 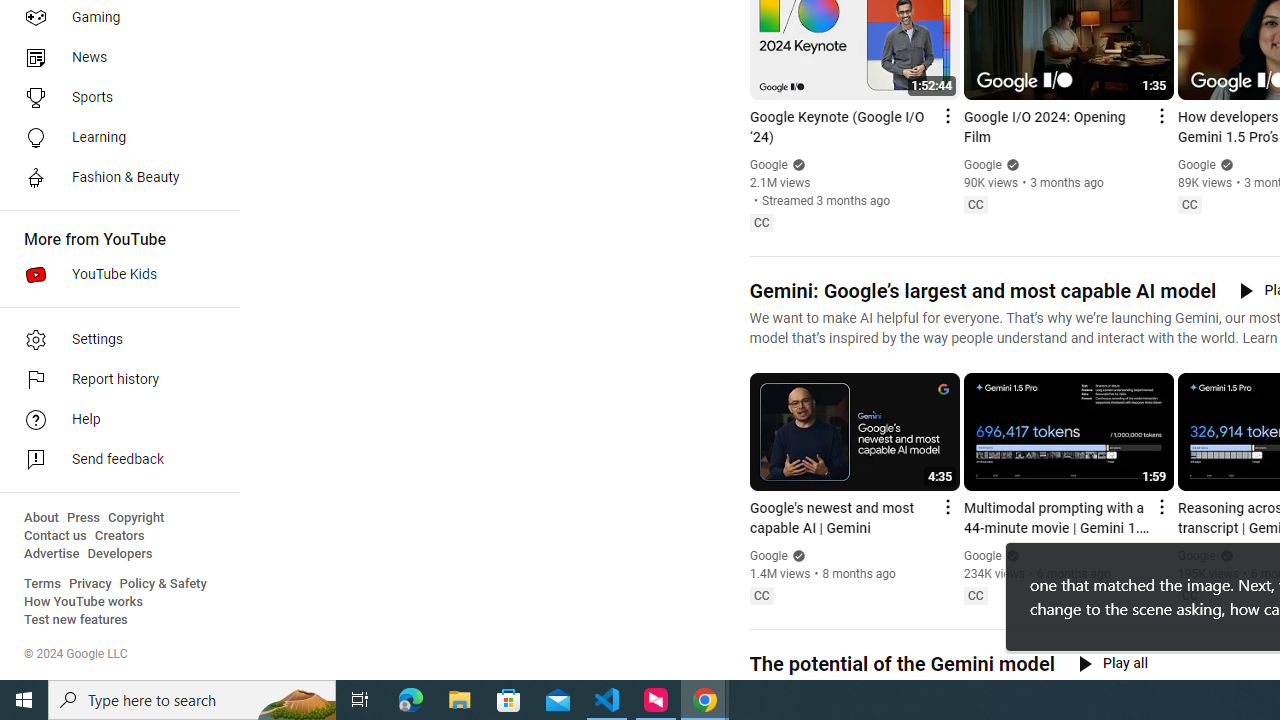 What do you see at coordinates (51, 554) in the screenshot?
I see `'Advertise'` at bounding box center [51, 554].